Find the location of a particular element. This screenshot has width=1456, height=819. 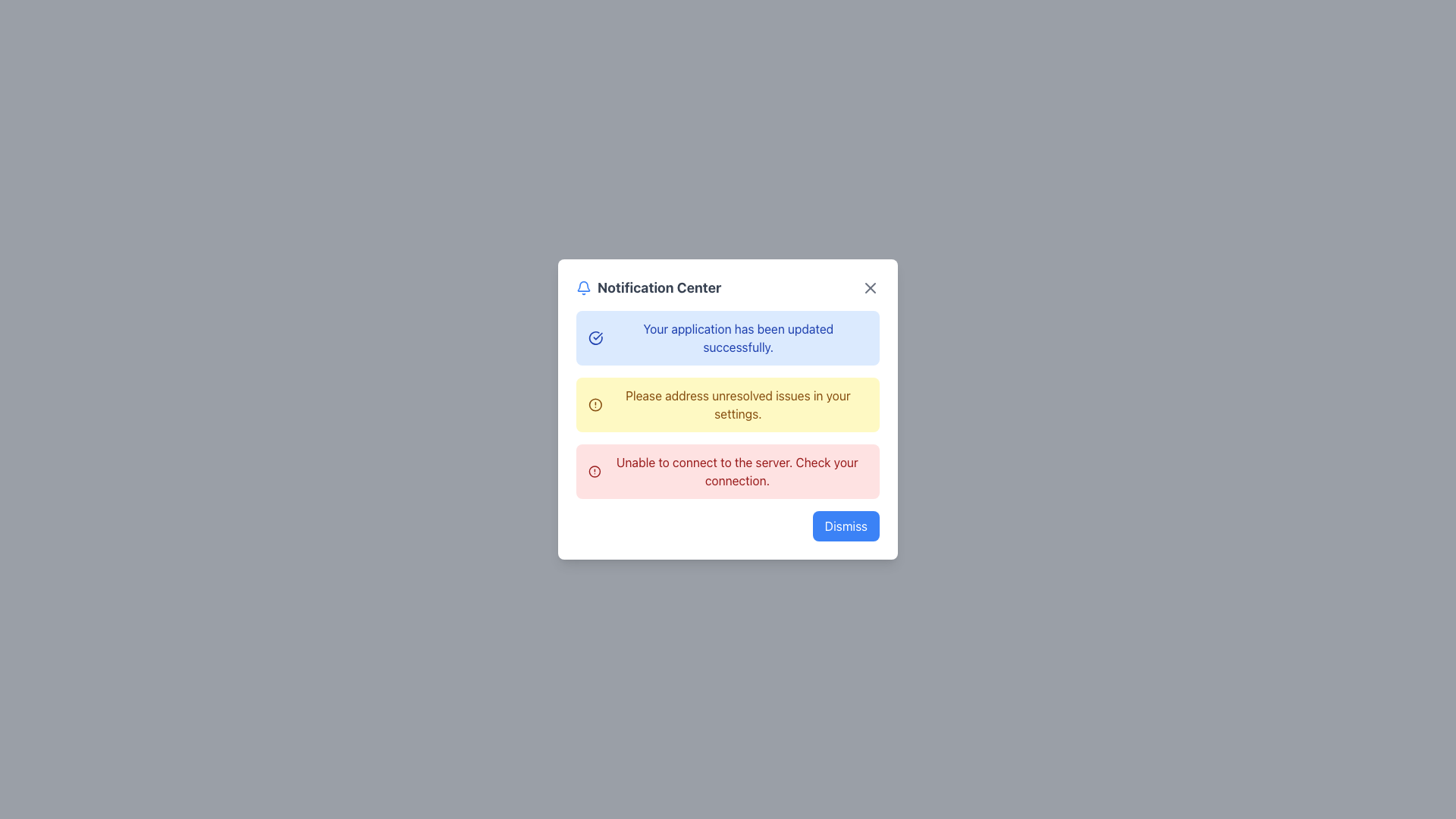

the bell icon located in the top-left corner of the 'Notification Center' modal, which serves as a visual cue for notifications is located at coordinates (582, 286).